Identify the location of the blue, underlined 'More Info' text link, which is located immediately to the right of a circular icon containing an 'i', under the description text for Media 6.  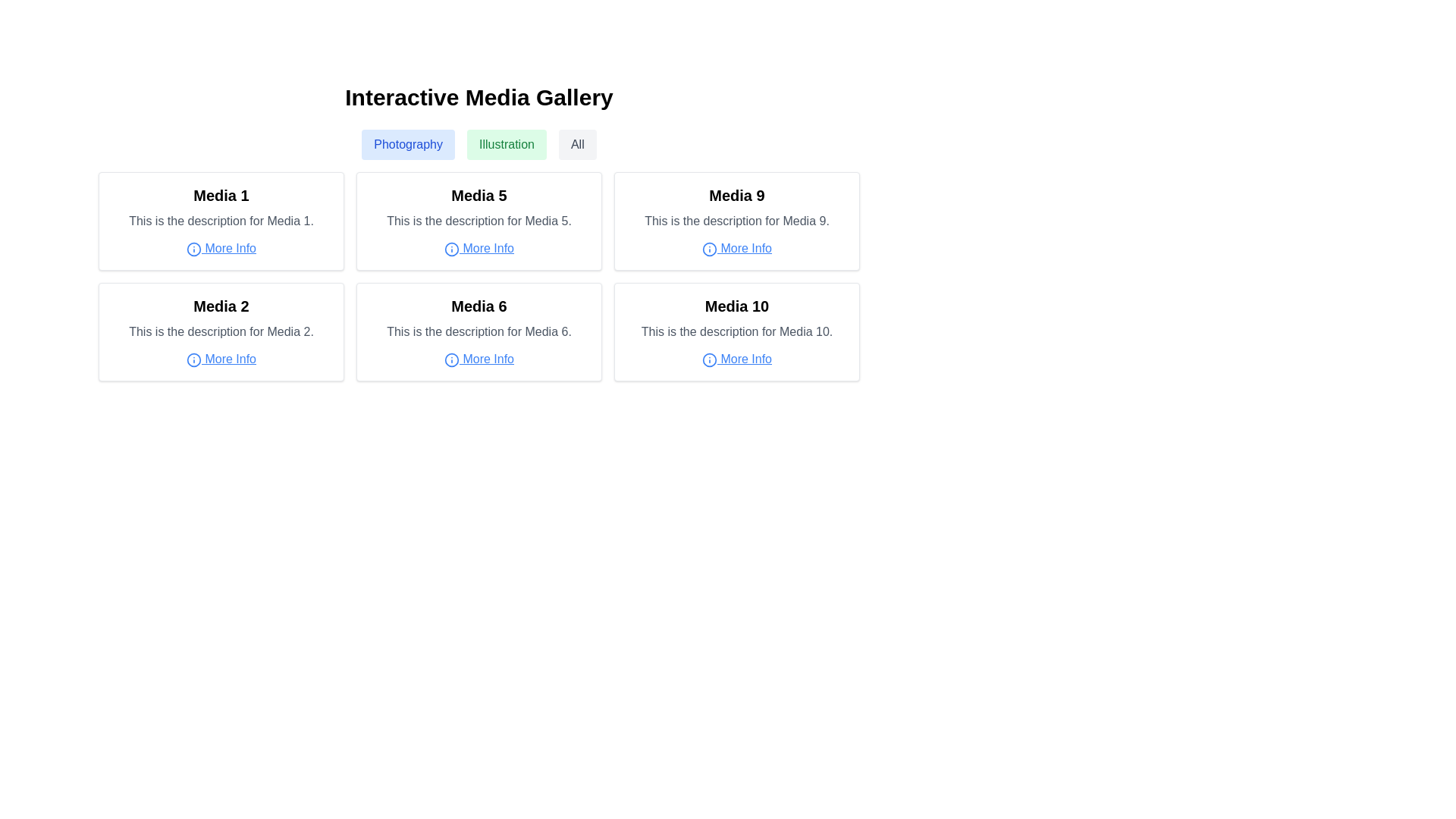
(479, 359).